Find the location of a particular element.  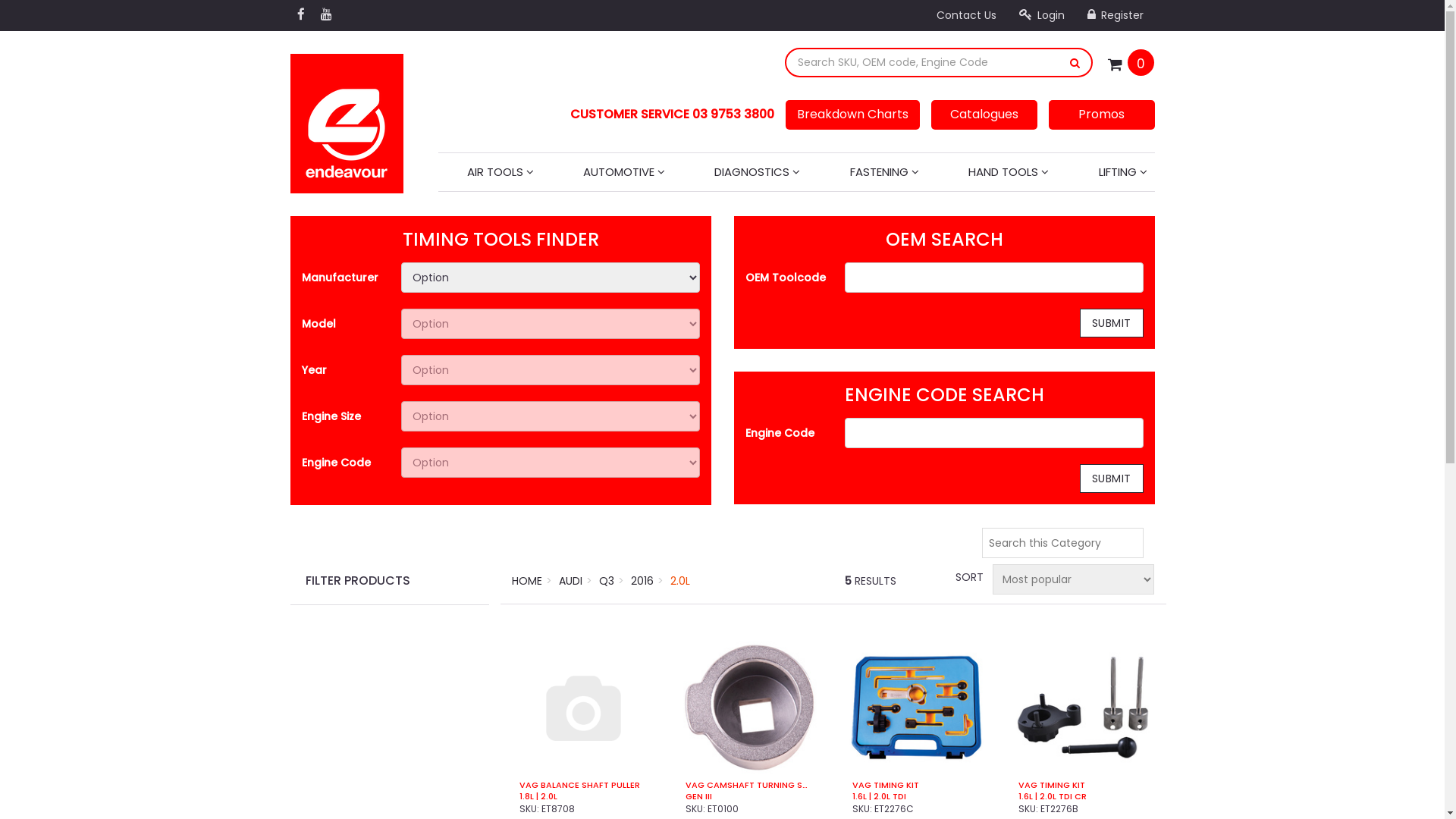

'1.6L | 2.0L TDI' is located at coordinates (915, 795).